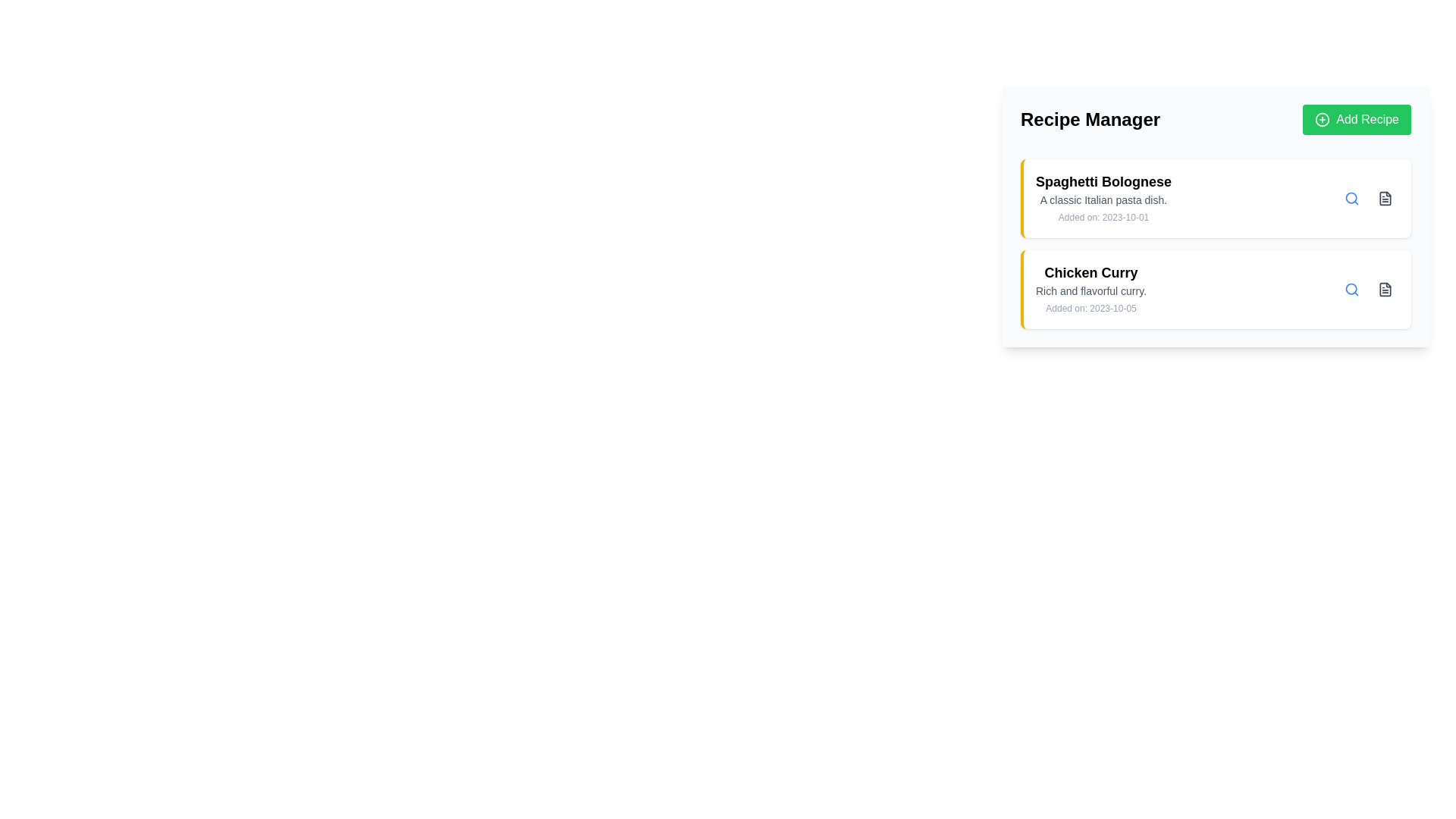 This screenshot has height=819, width=1456. Describe the element at coordinates (1385, 289) in the screenshot. I see `the rectangular SVG icon representing a document, located in the 'Chicken Curry' recipe line item` at that location.